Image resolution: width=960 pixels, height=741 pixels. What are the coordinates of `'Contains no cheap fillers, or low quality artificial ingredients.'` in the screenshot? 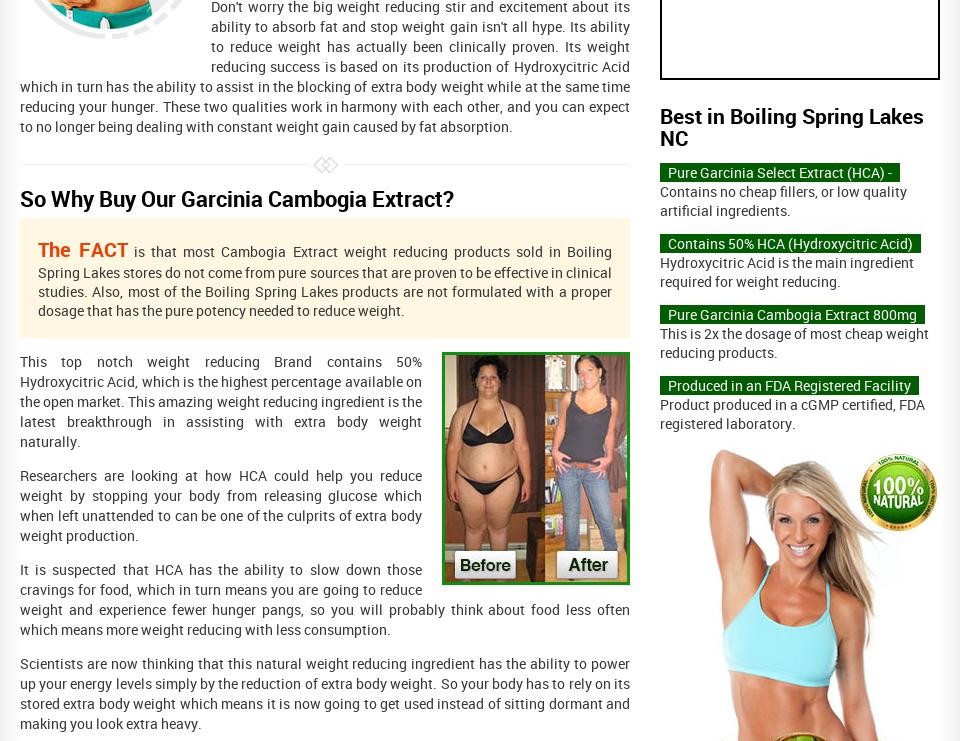 It's located at (783, 201).